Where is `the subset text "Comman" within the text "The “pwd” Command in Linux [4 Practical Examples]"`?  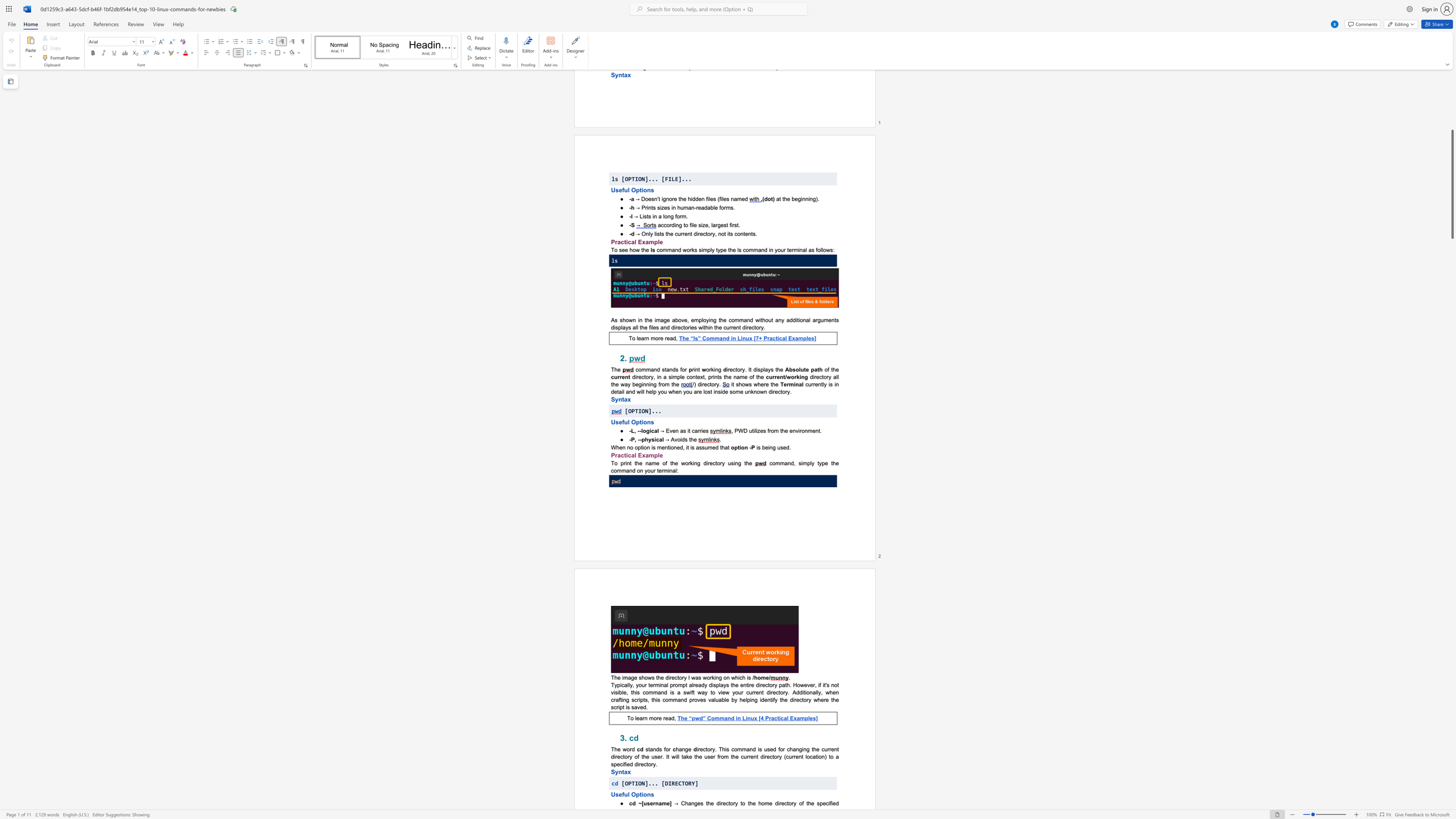 the subset text "Comman" within the text "The “pwd” Command in Linux [4 Practical Examples]" is located at coordinates (707, 717).